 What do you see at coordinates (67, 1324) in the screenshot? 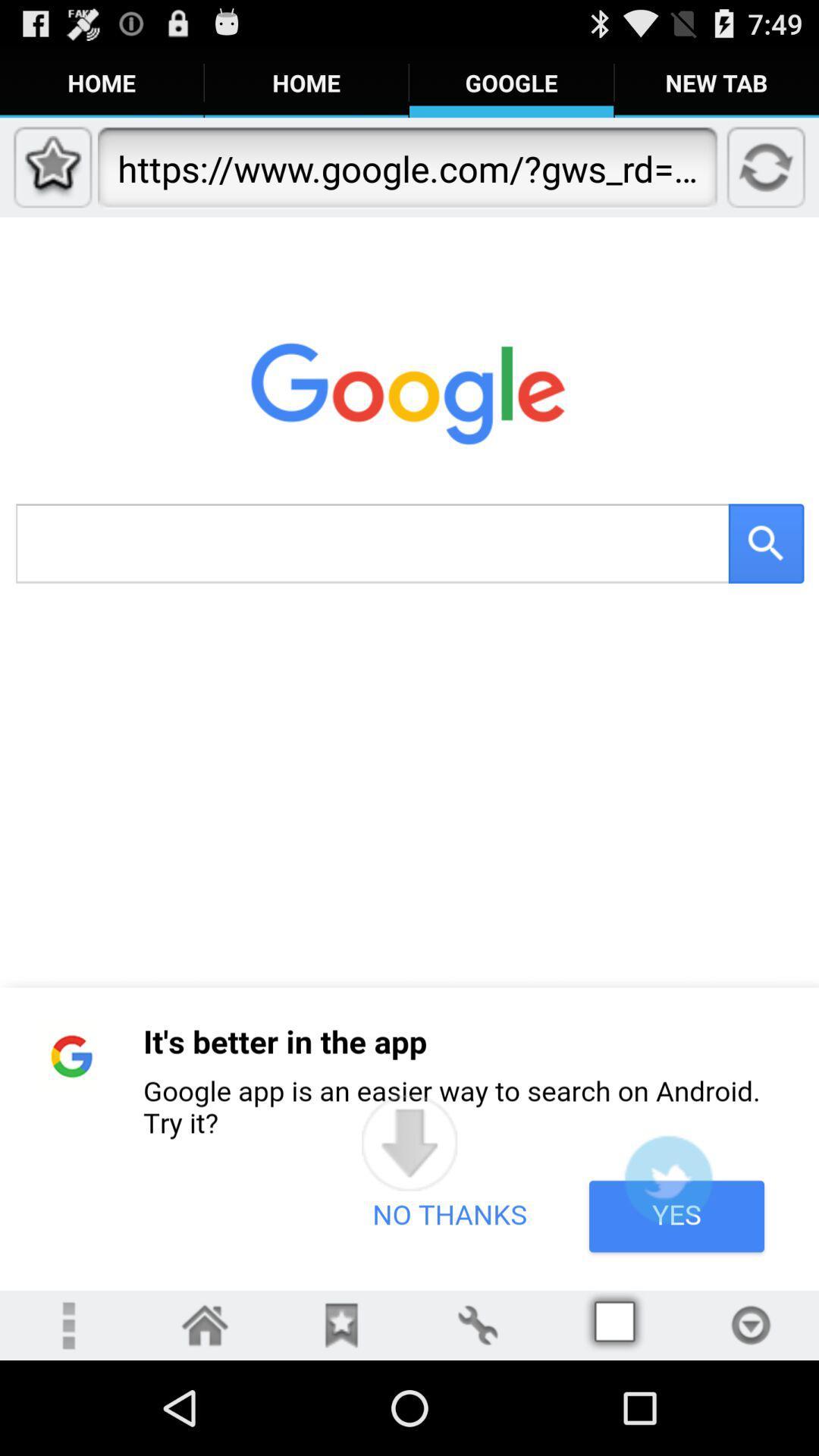
I see `overflow menu` at bounding box center [67, 1324].